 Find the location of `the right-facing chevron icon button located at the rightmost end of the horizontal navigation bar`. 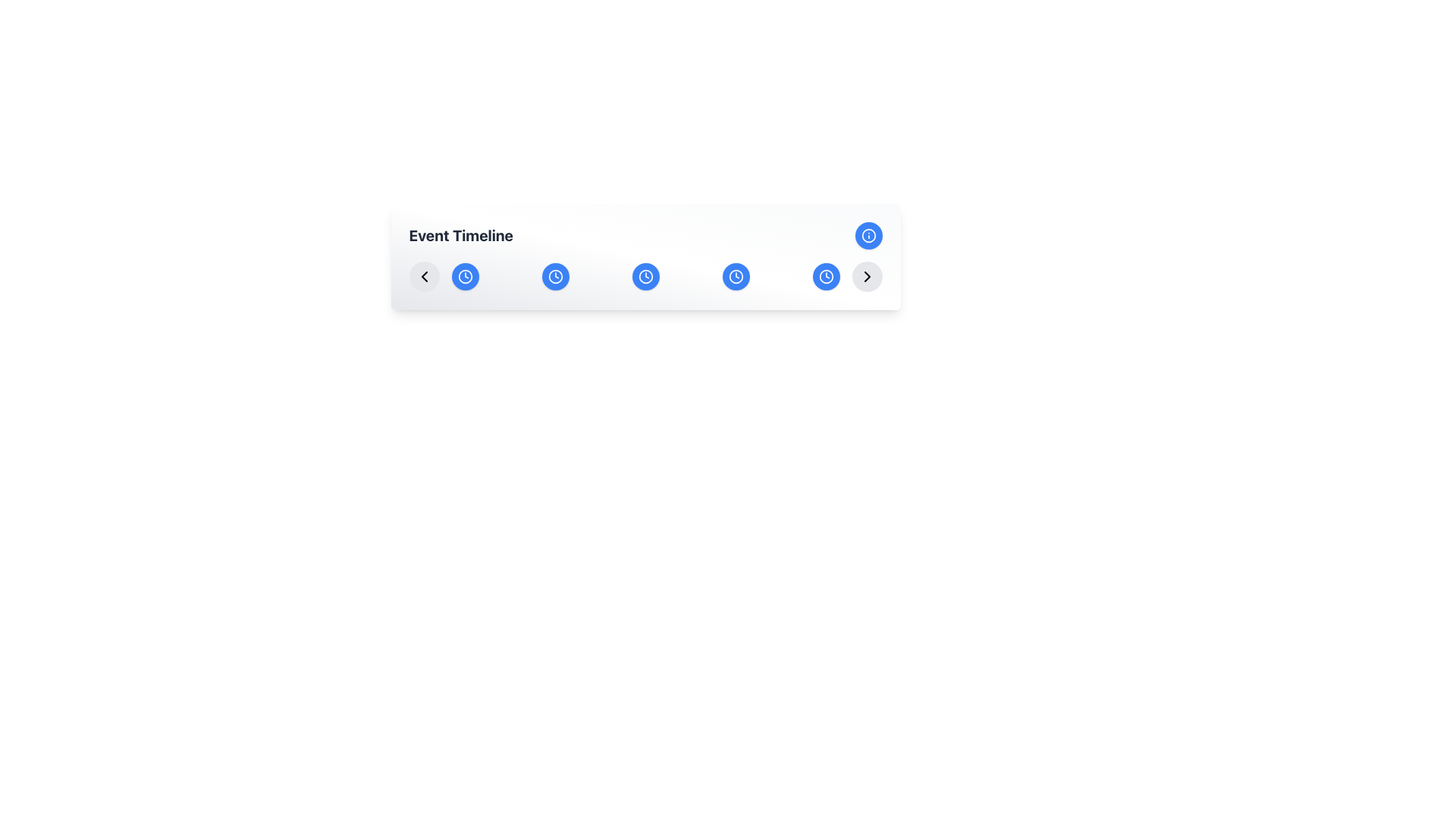

the right-facing chevron icon button located at the rightmost end of the horizontal navigation bar is located at coordinates (867, 277).